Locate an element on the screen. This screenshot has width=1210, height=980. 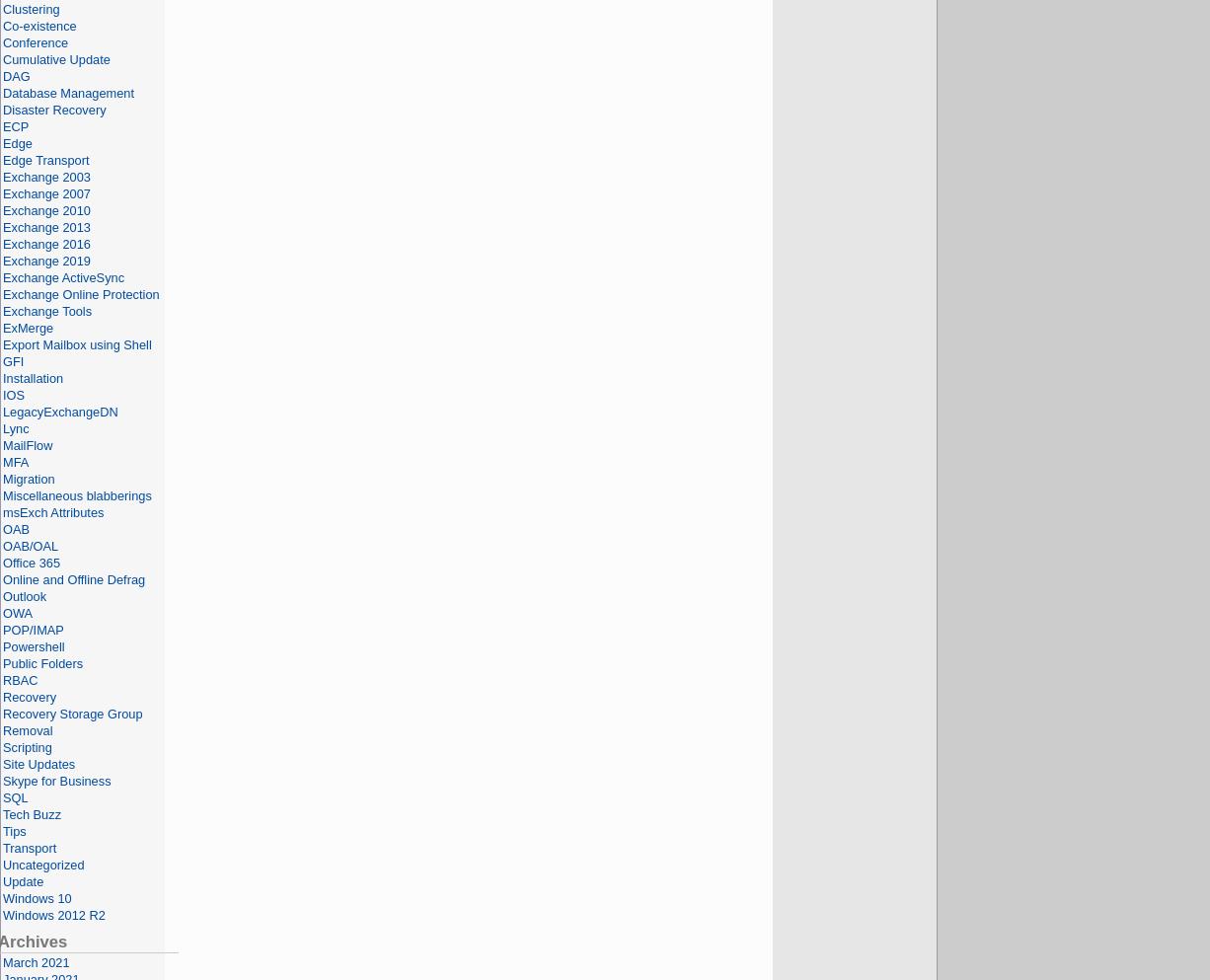
'ECP' is located at coordinates (16, 126).